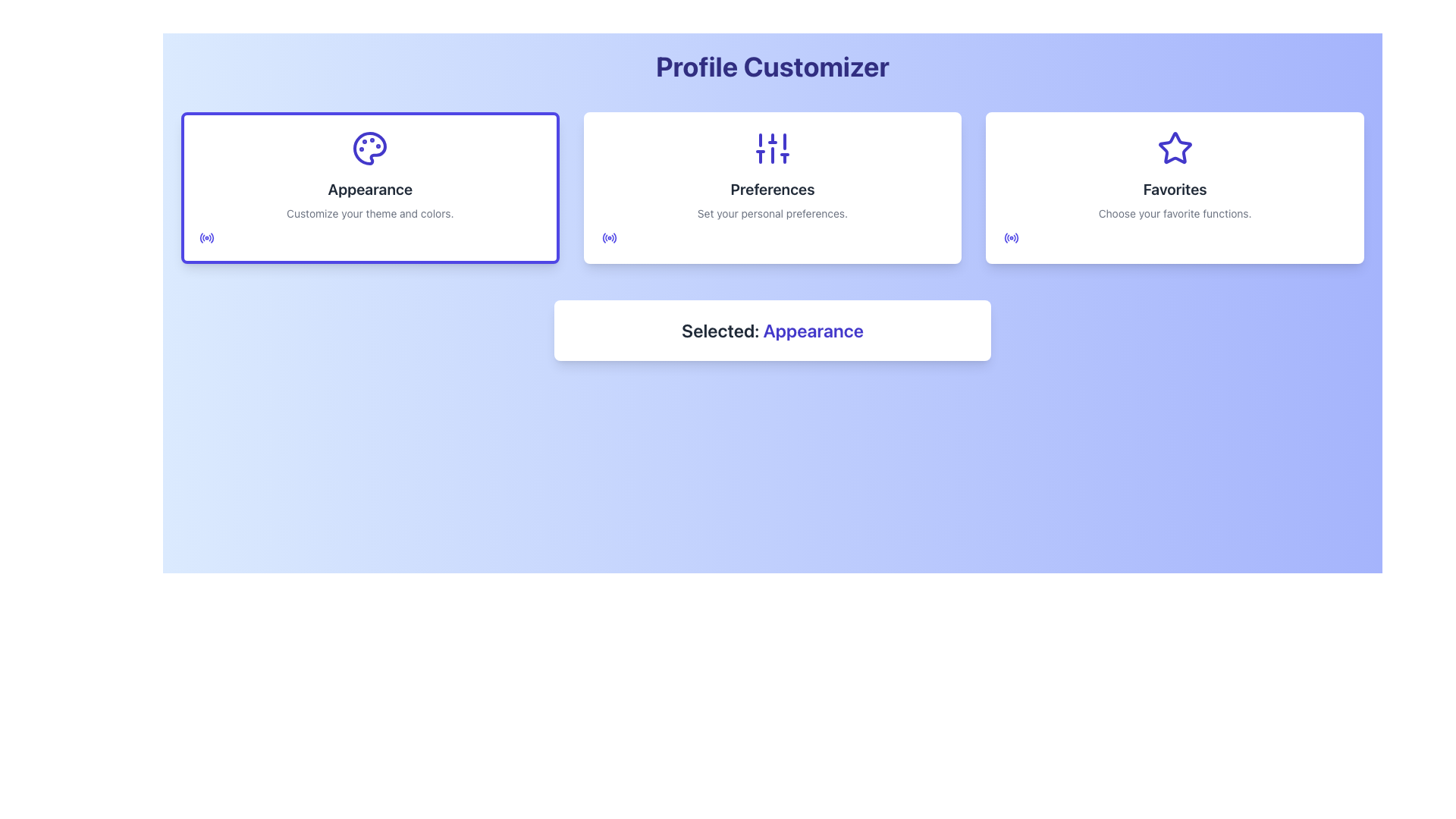 The height and width of the screenshot is (819, 1456). What do you see at coordinates (1174, 149) in the screenshot?
I see `the decorative 'Favorites' icon located at the top center of the 'Favorites' card, which is the rightmost card in the row, positioned directly above the 'Favorites' text label` at bounding box center [1174, 149].